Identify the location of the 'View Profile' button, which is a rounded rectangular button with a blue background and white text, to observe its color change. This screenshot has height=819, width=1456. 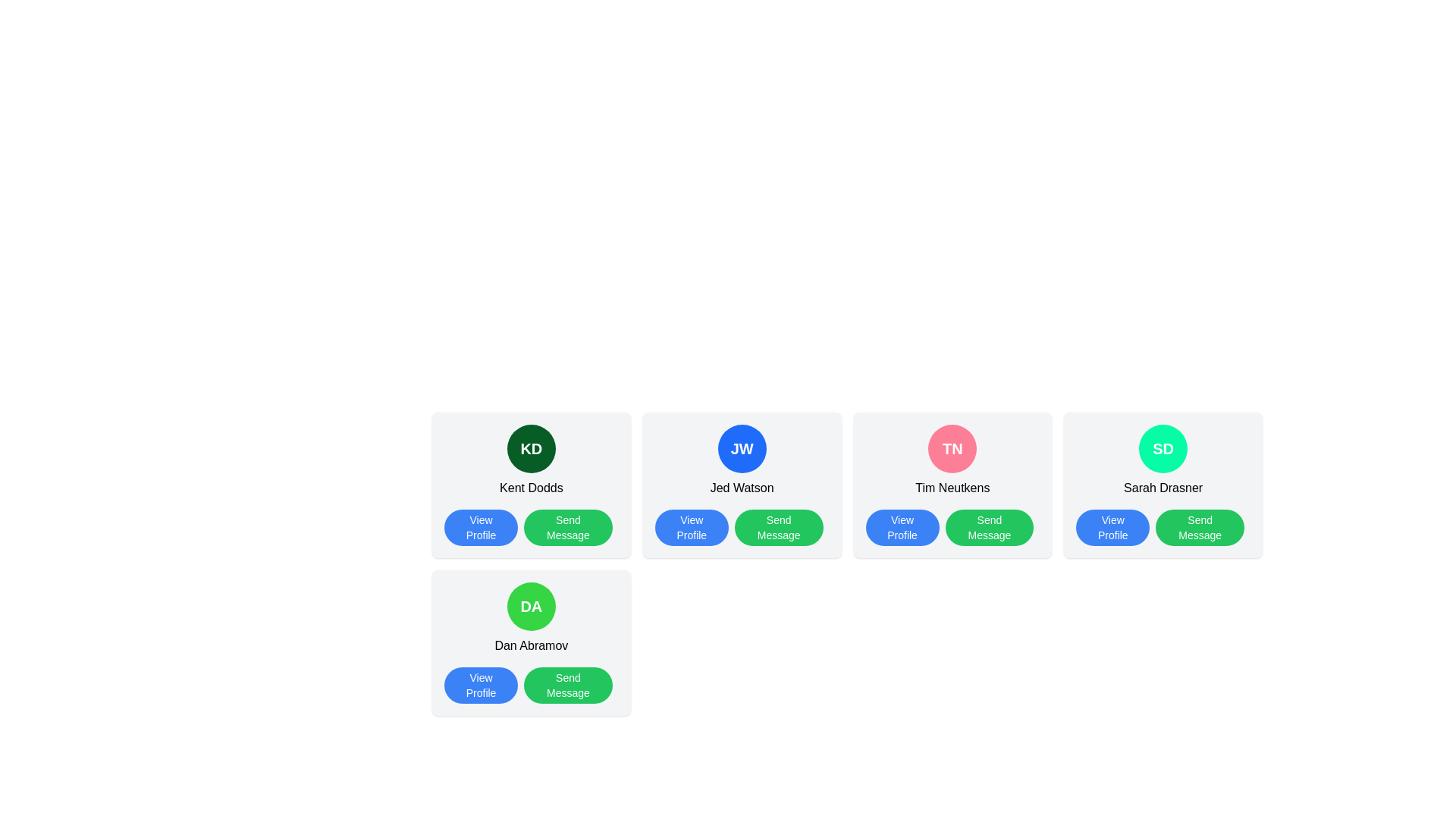
(902, 526).